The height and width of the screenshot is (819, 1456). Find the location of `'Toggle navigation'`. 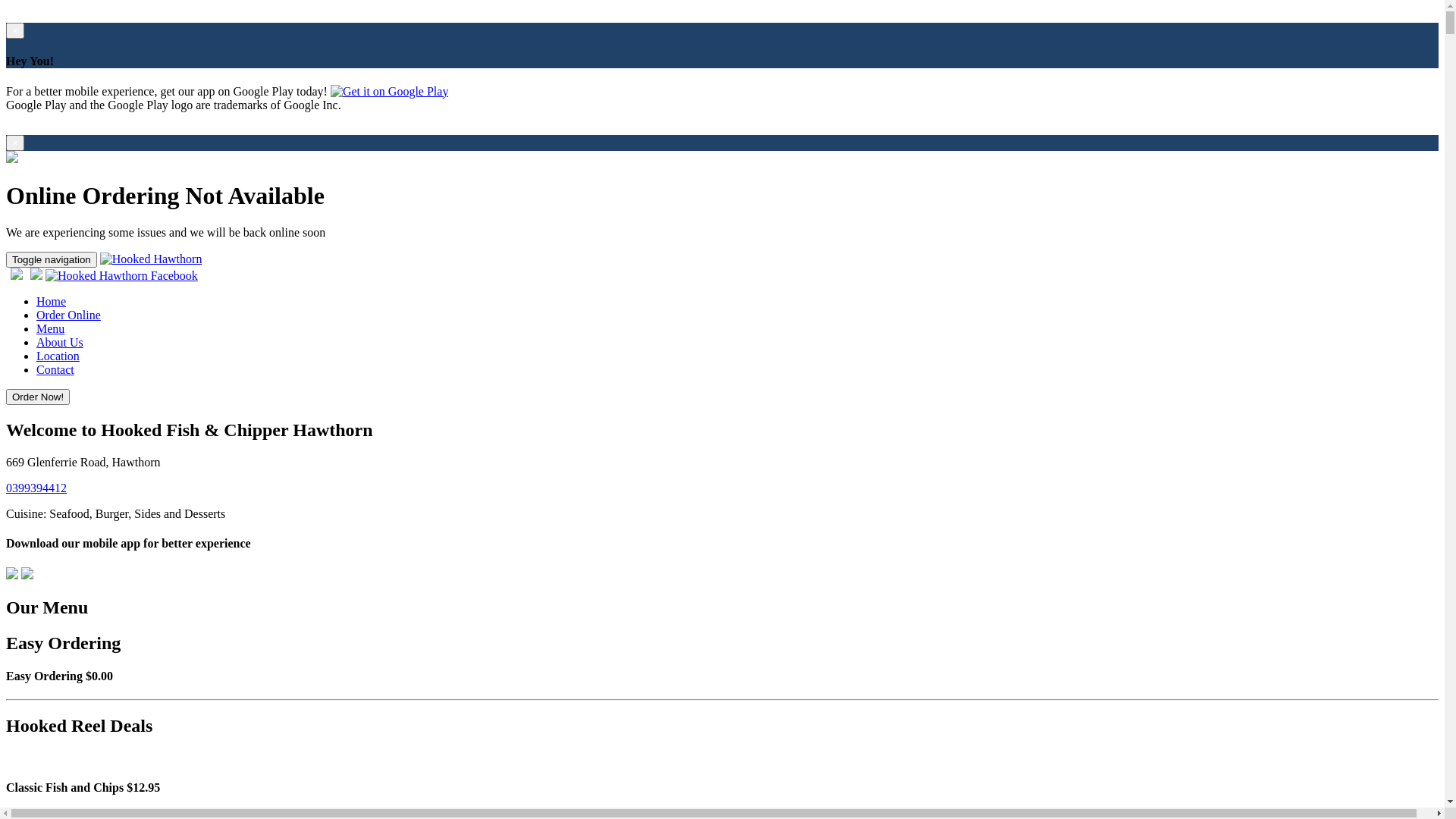

'Toggle navigation' is located at coordinates (51, 259).